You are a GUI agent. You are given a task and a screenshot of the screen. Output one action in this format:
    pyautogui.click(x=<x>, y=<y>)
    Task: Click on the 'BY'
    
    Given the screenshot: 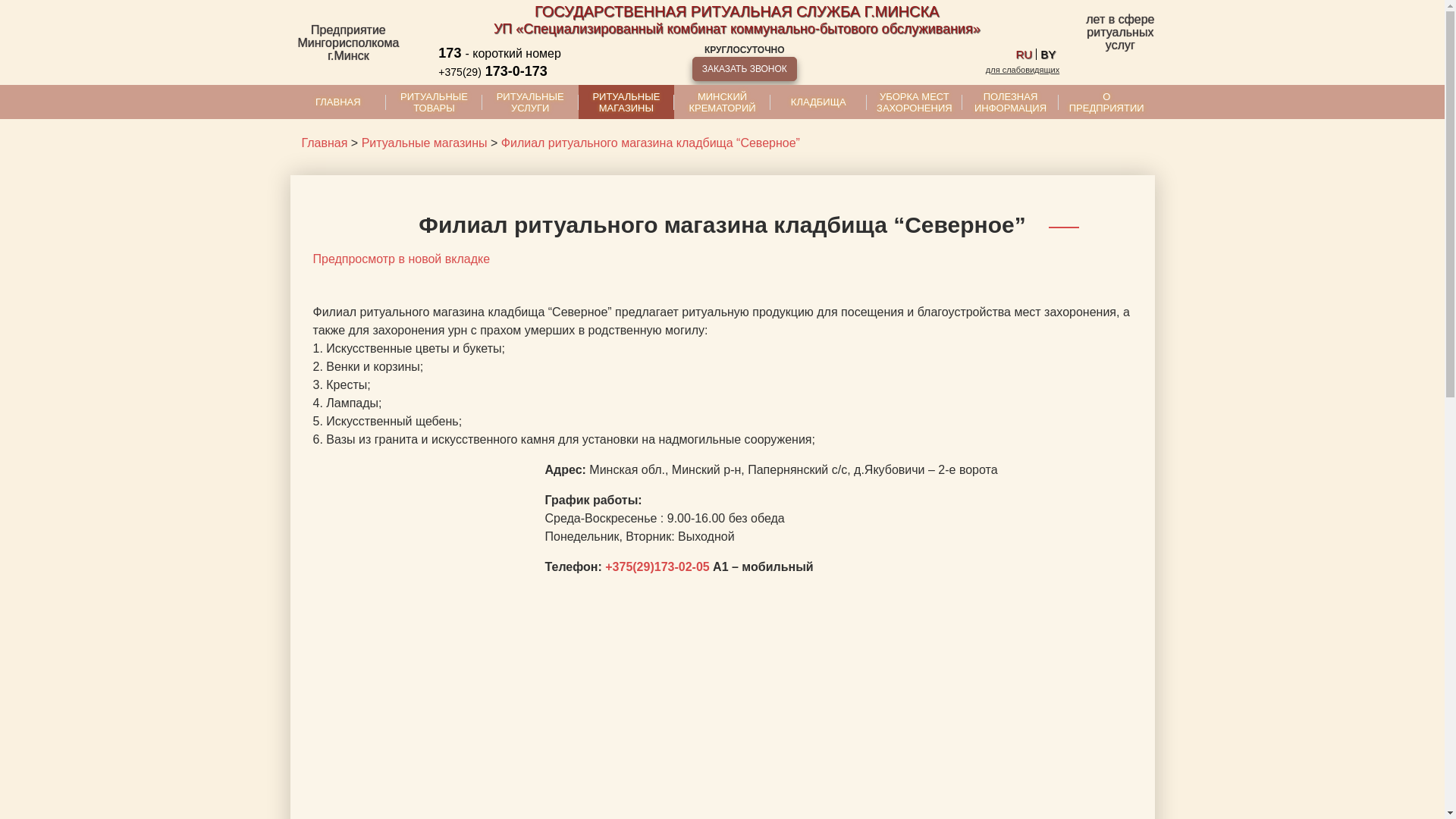 What is the action you would take?
    pyautogui.click(x=1047, y=53)
    